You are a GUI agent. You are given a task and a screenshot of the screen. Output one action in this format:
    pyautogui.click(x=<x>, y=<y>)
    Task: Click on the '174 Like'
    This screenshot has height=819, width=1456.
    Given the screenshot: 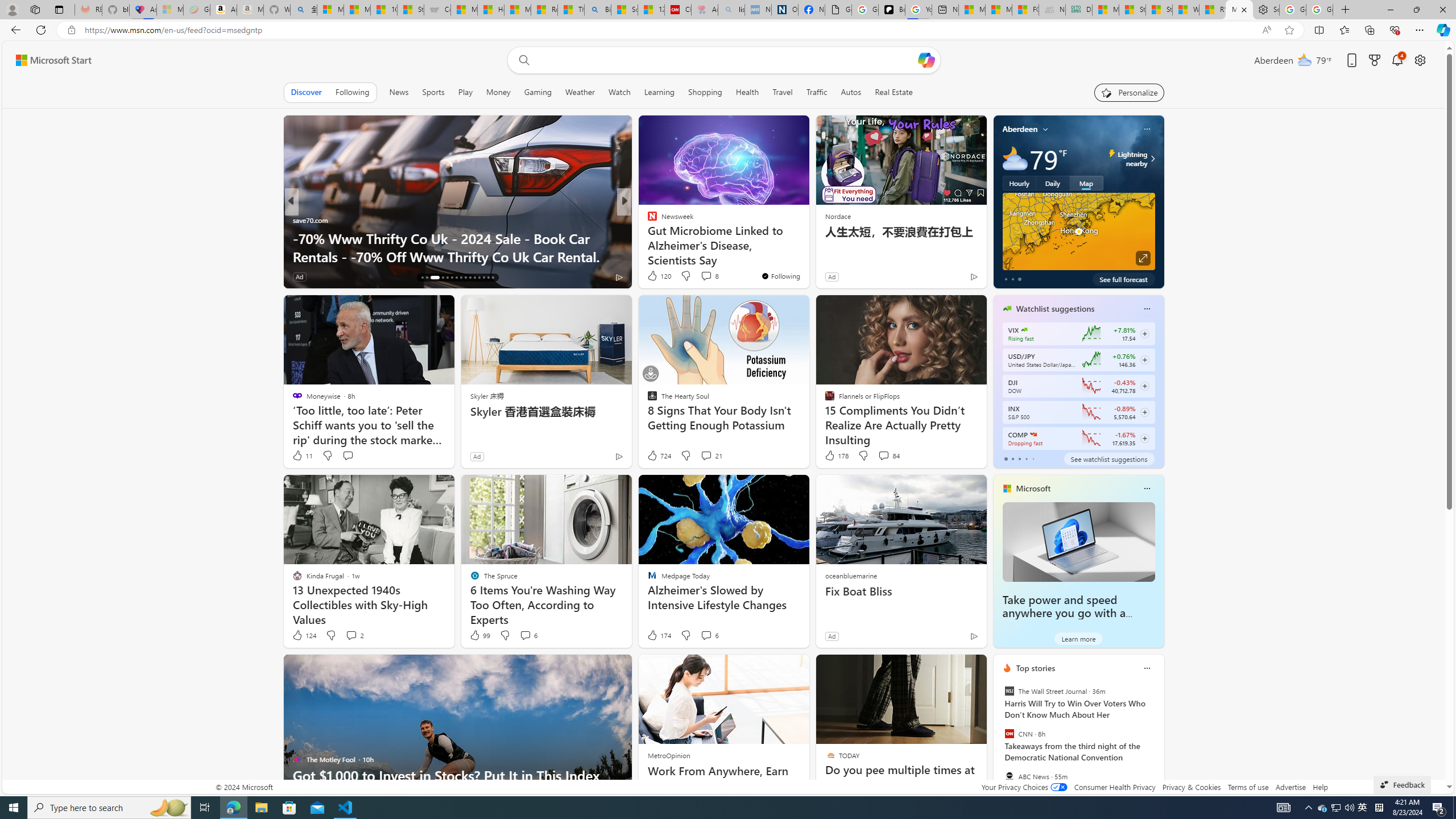 What is the action you would take?
    pyautogui.click(x=658, y=634)
    